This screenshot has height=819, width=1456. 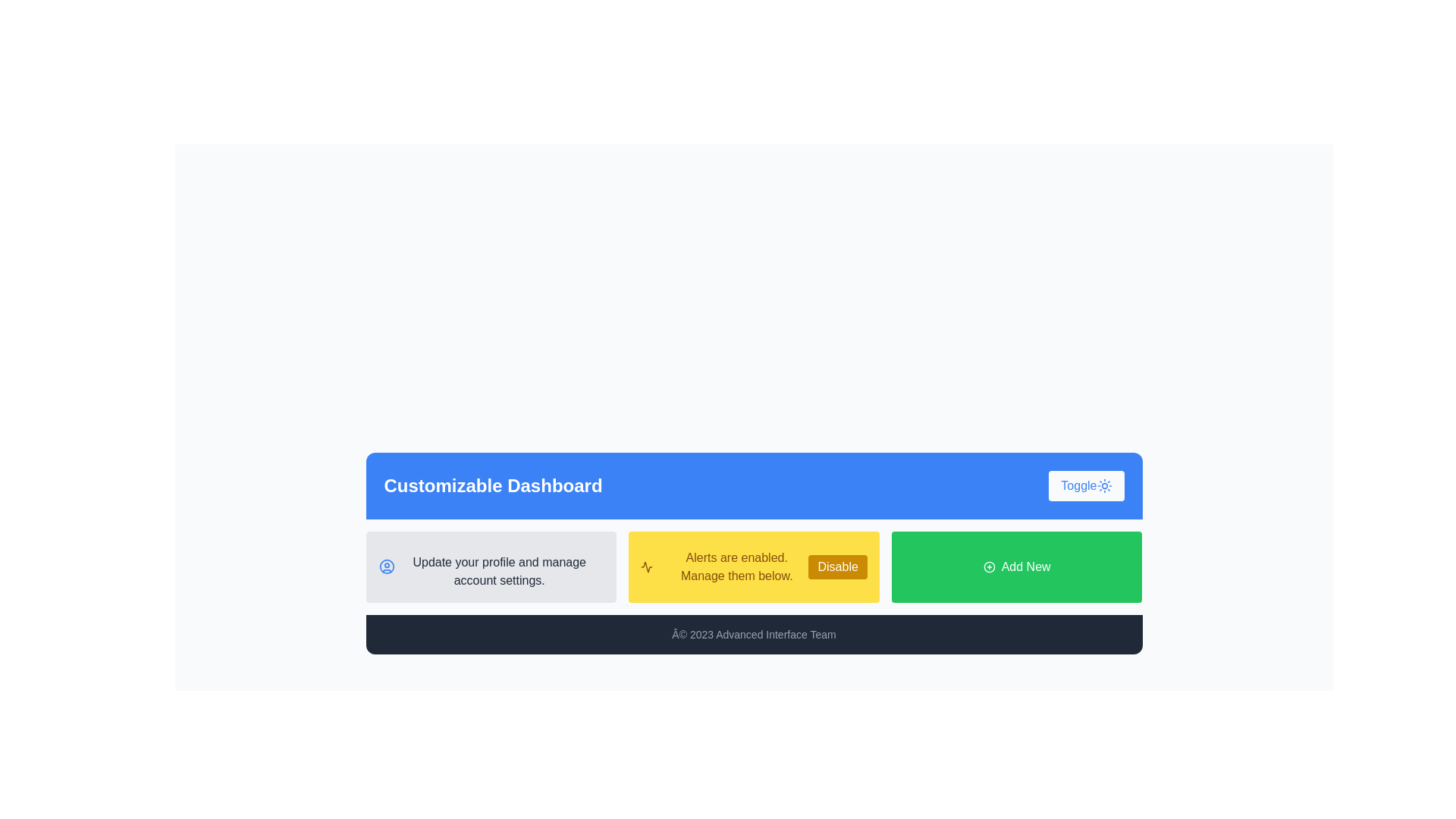 I want to click on the visual representation of the circle shape element located at the top-left corner of the gray box below the blue header bar, so click(x=387, y=567).